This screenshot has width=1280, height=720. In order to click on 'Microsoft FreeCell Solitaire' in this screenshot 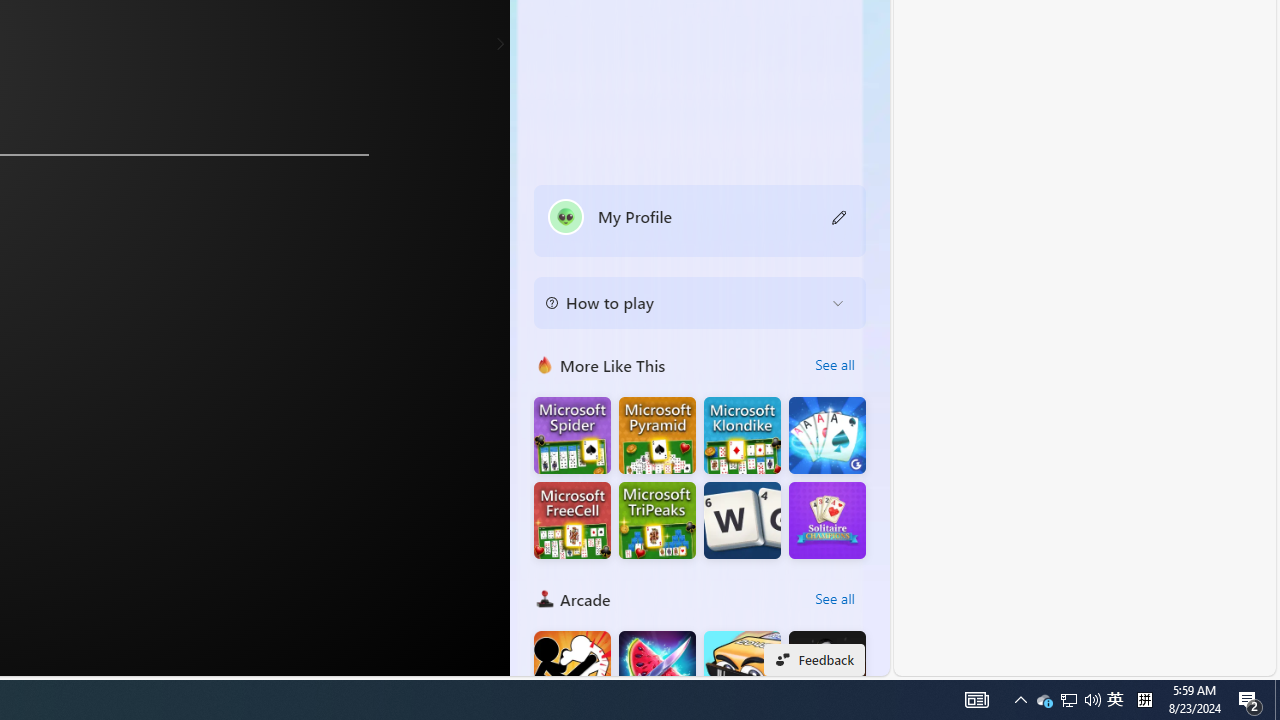, I will do `click(571, 519)`.